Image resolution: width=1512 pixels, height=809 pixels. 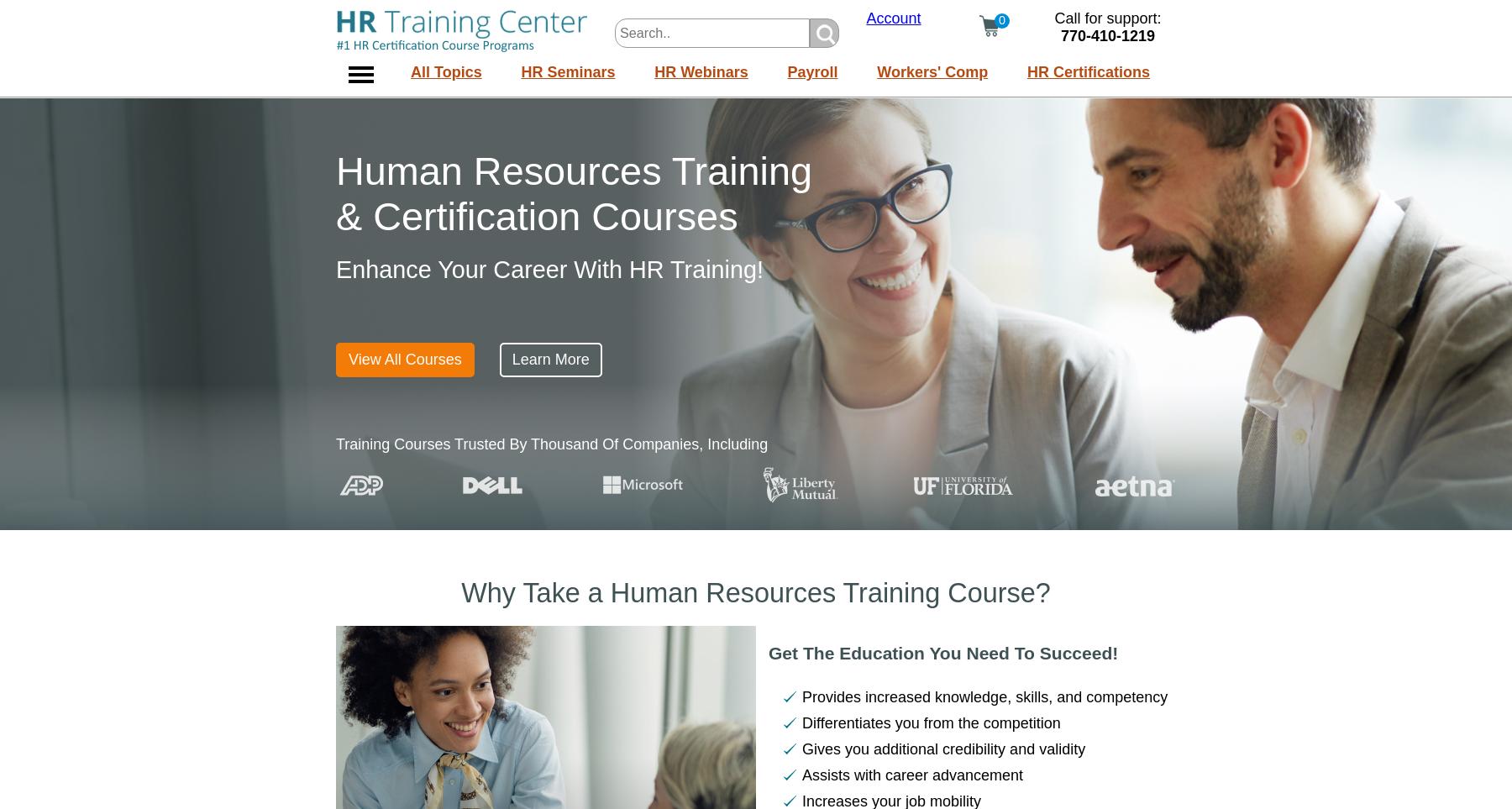 I want to click on 'Enhance Your Career With HR Training!', so click(x=549, y=269).